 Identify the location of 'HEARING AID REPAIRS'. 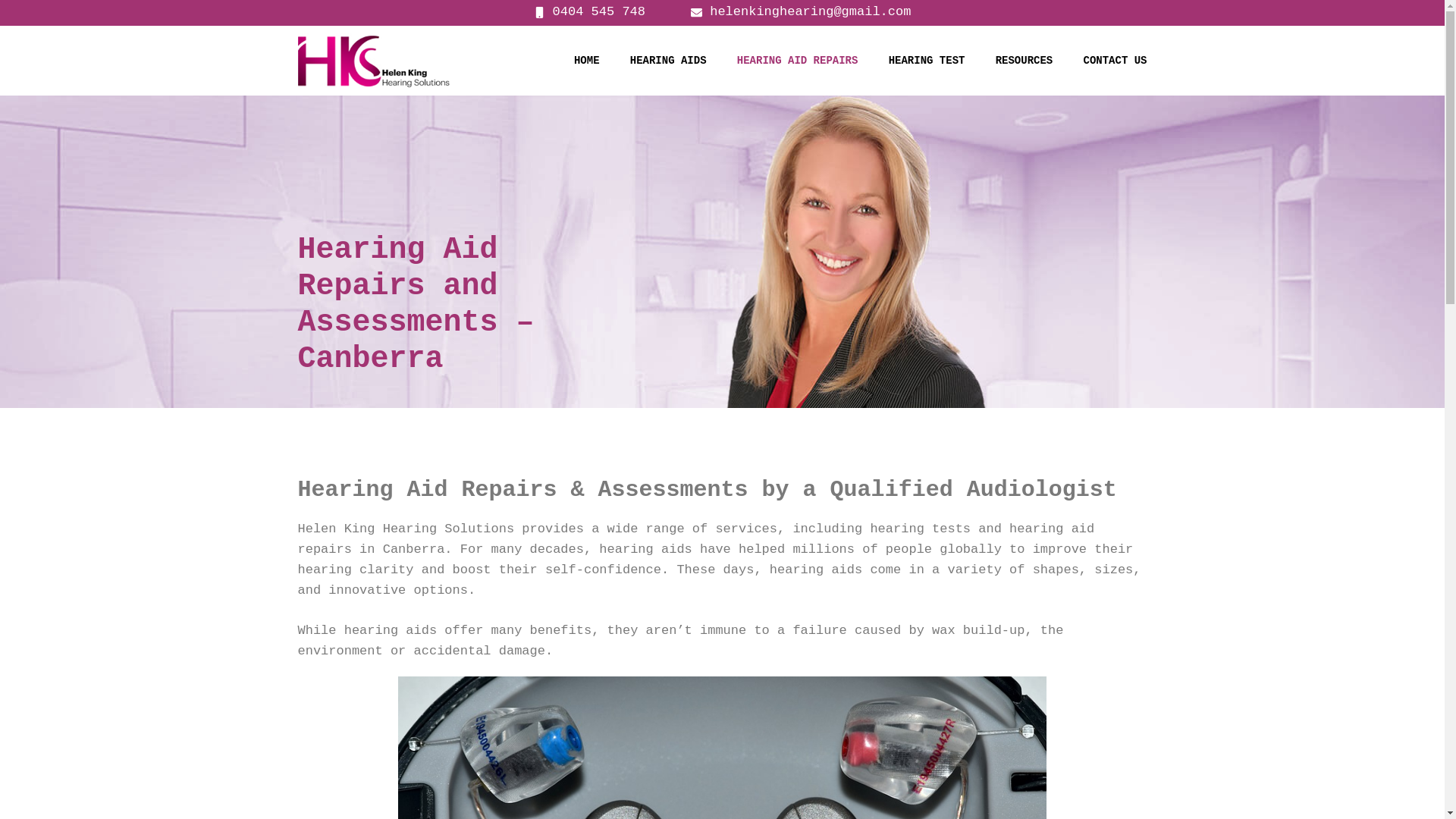
(796, 60).